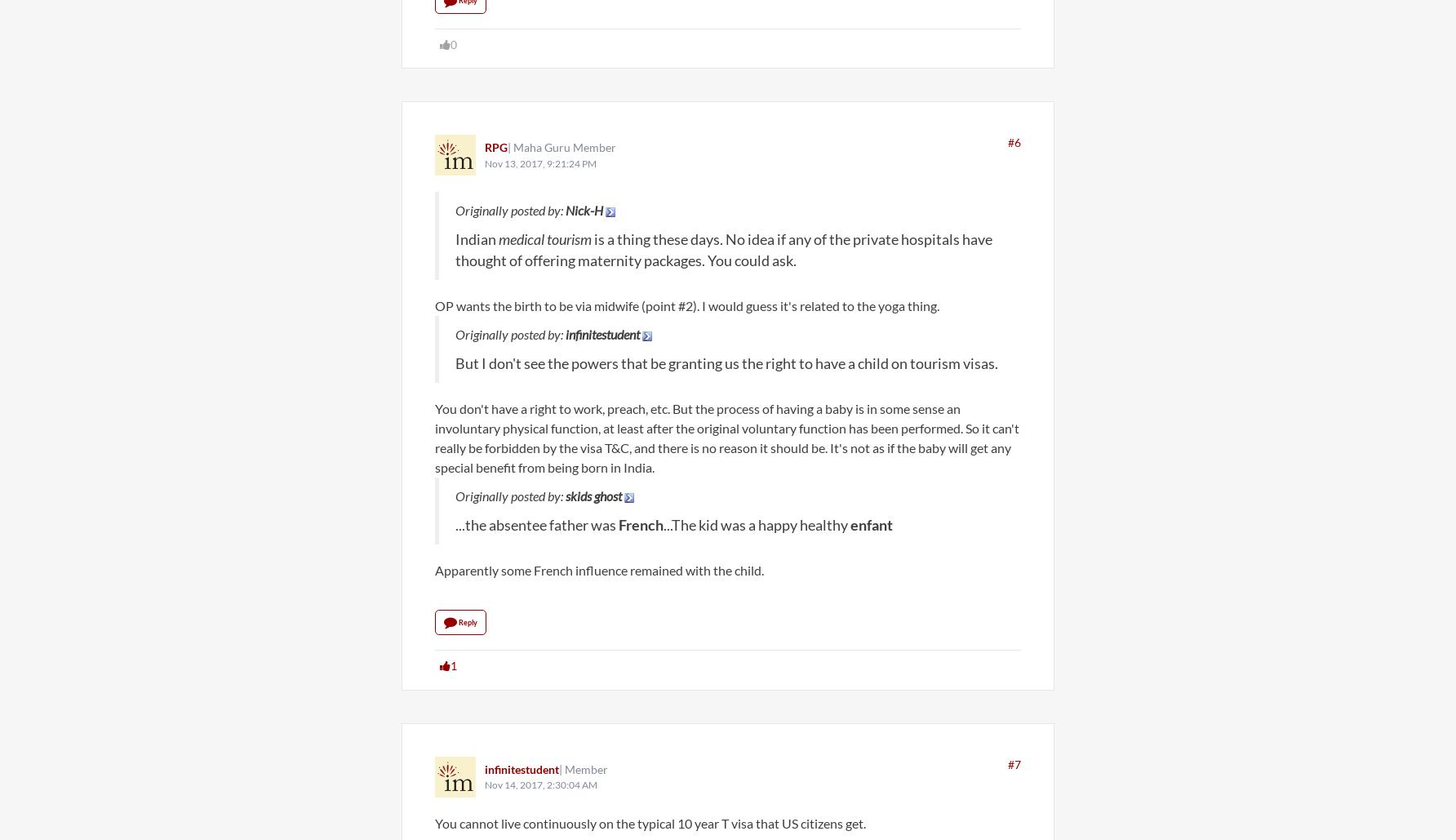 The width and height of the screenshot is (1456, 840). What do you see at coordinates (535, 524) in the screenshot?
I see `'...the absentee father was'` at bounding box center [535, 524].